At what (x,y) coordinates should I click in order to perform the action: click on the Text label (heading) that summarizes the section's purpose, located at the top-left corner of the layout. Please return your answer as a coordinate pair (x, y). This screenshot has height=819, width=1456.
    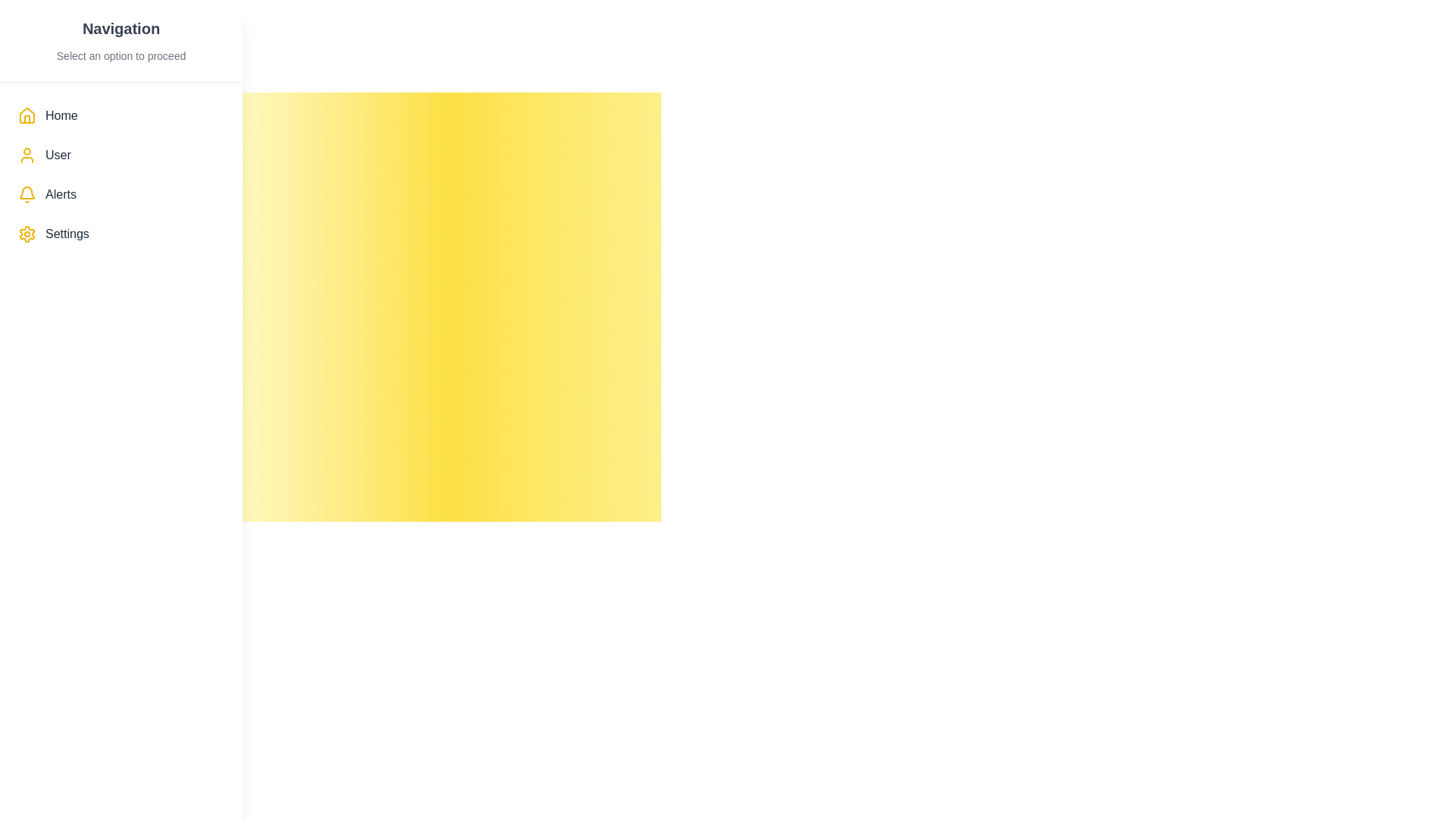
    Looking at the image, I should click on (120, 29).